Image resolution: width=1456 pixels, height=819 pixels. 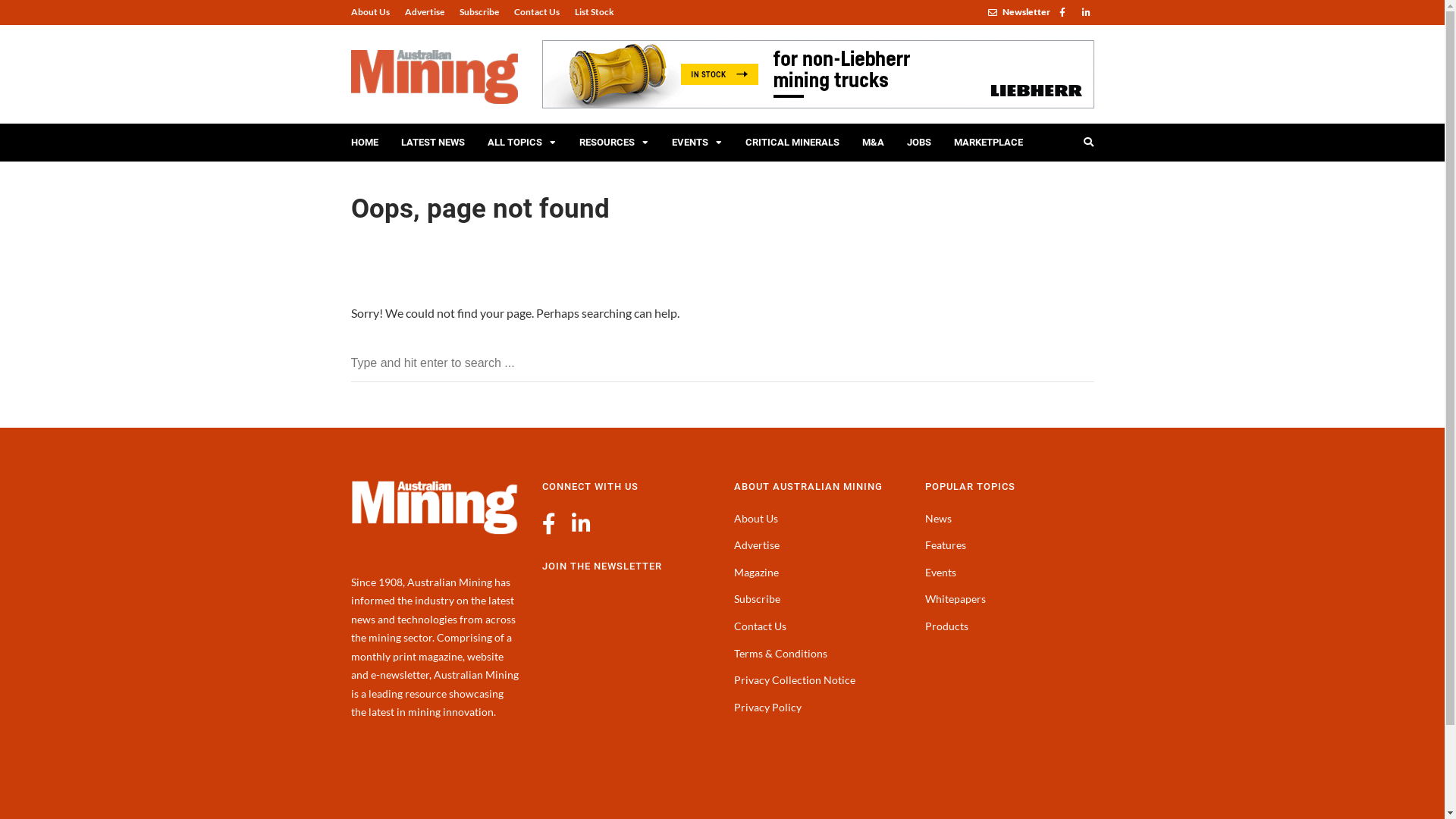 What do you see at coordinates (756, 572) in the screenshot?
I see `'Magazine'` at bounding box center [756, 572].